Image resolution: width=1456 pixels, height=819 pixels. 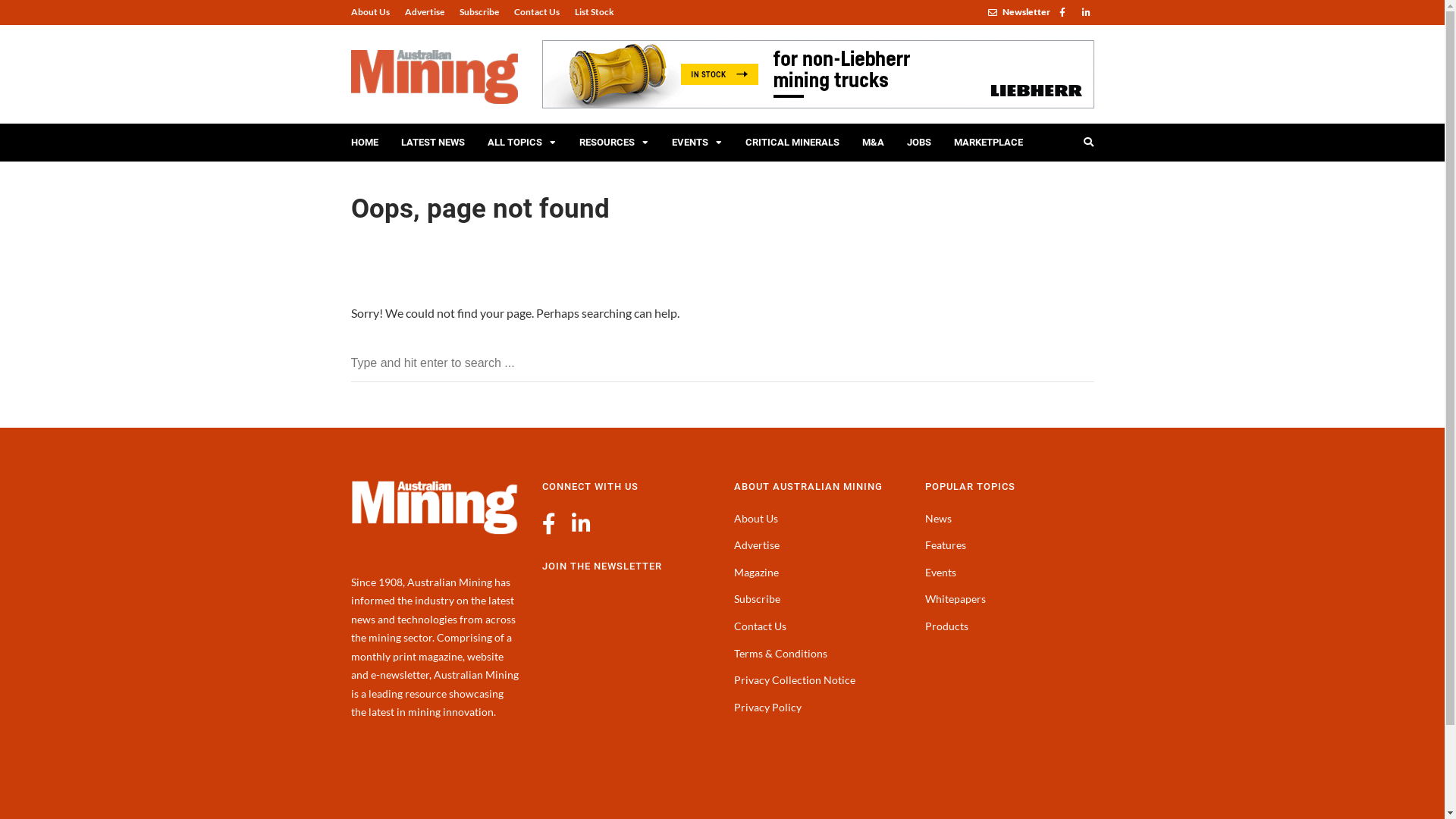 What do you see at coordinates (756, 572) in the screenshot?
I see `'Magazine'` at bounding box center [756, 572].